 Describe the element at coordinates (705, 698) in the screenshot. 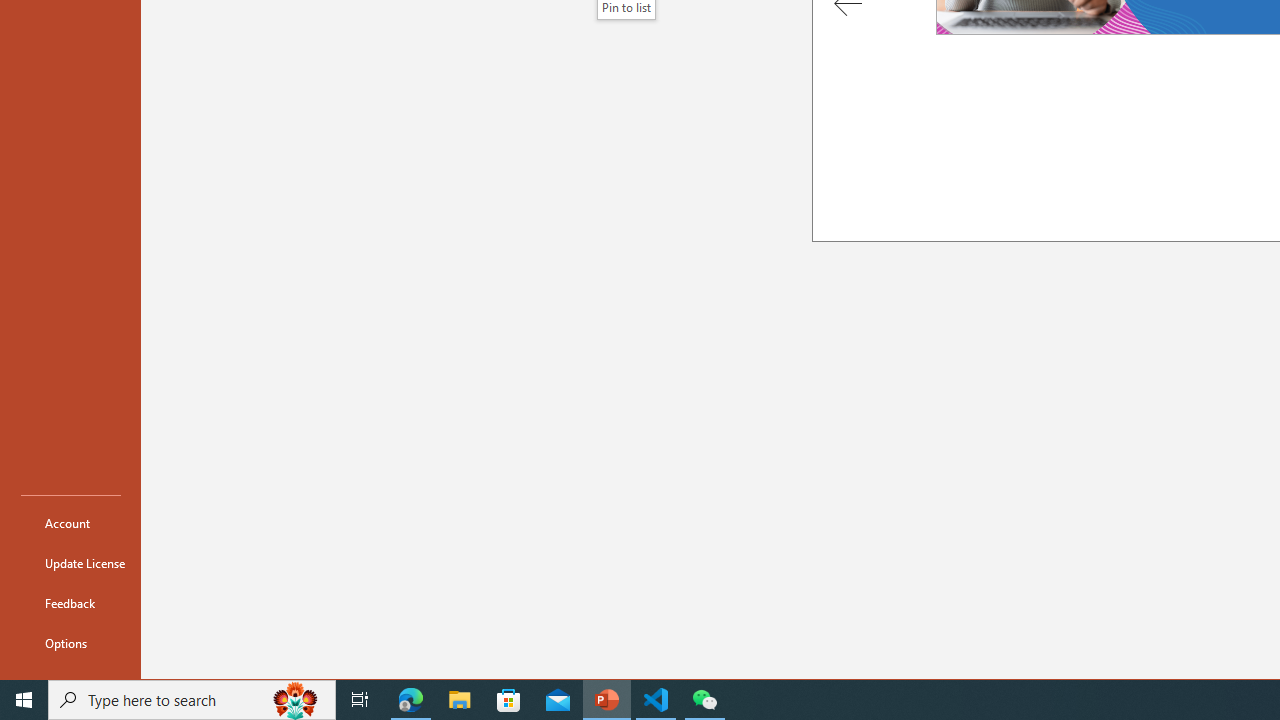

I see `'WeChat - 1 running window'` at that location.